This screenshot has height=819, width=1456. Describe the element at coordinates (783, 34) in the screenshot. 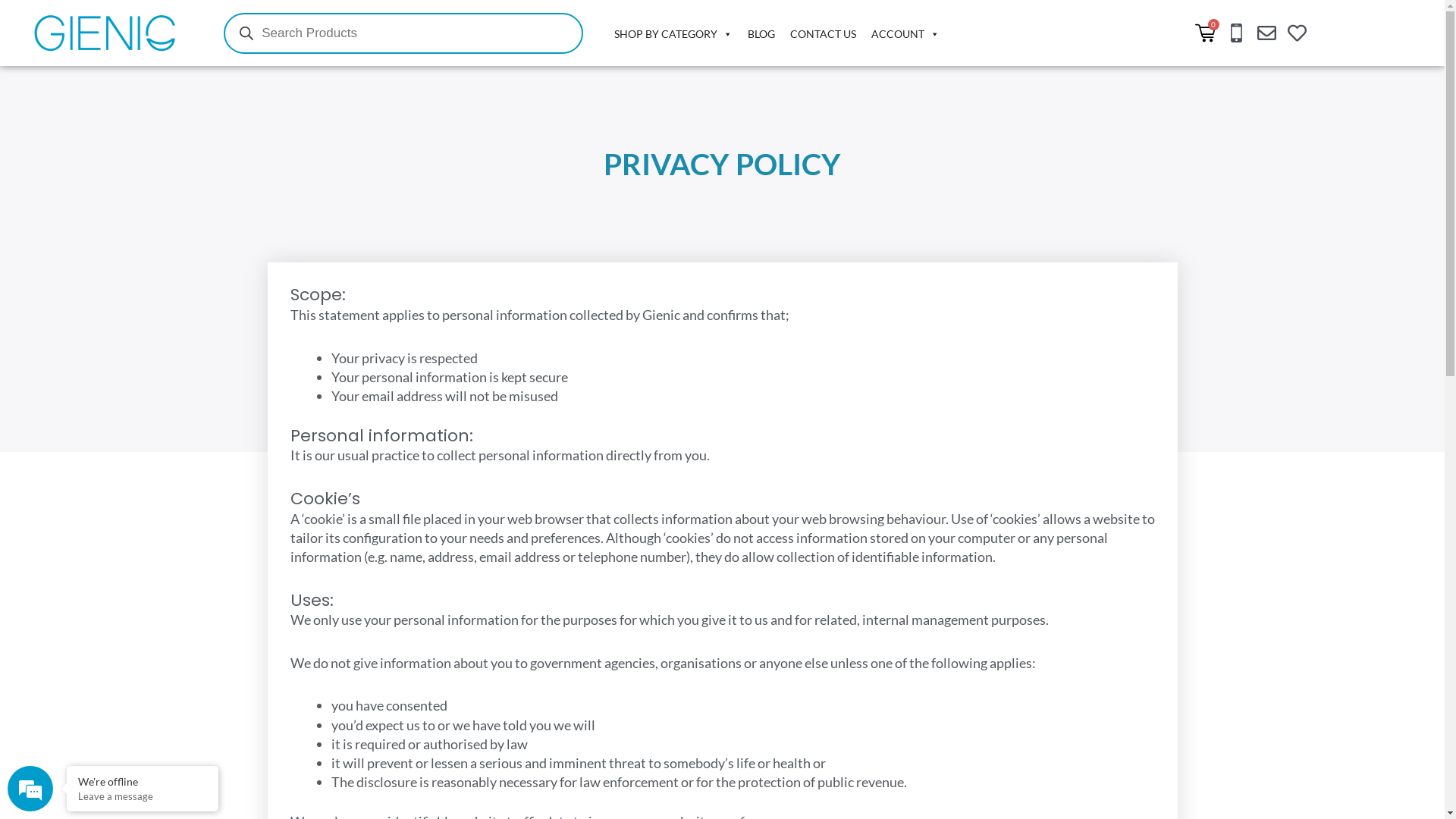

I see `'CONTACT US'` at that location.